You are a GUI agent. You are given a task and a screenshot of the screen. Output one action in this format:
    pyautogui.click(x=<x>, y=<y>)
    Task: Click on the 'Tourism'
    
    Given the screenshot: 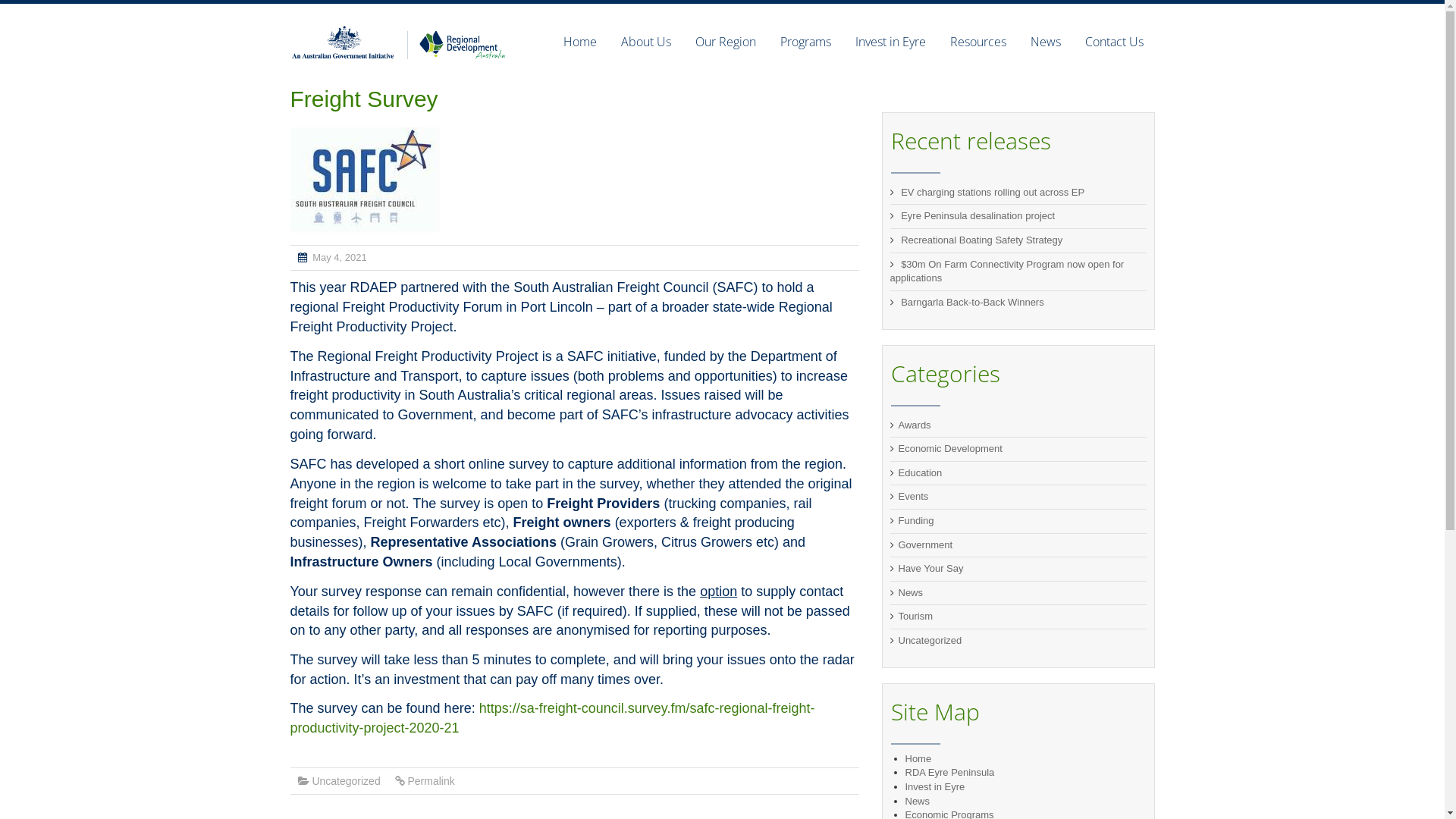 What is the action you would take?
    pyautogui.click(x=898, y=616)
    